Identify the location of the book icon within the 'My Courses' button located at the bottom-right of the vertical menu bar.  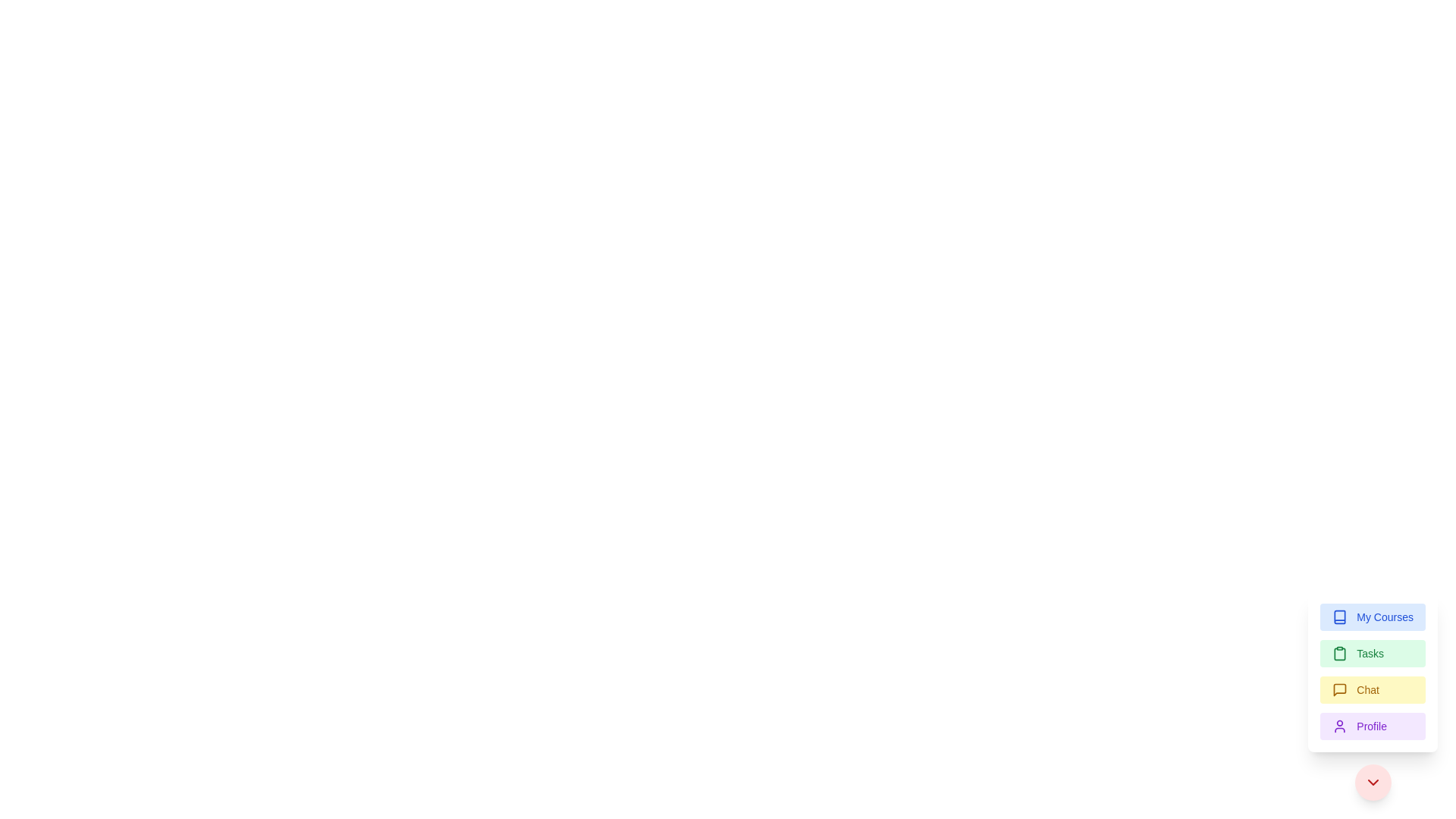
(1340, 617).